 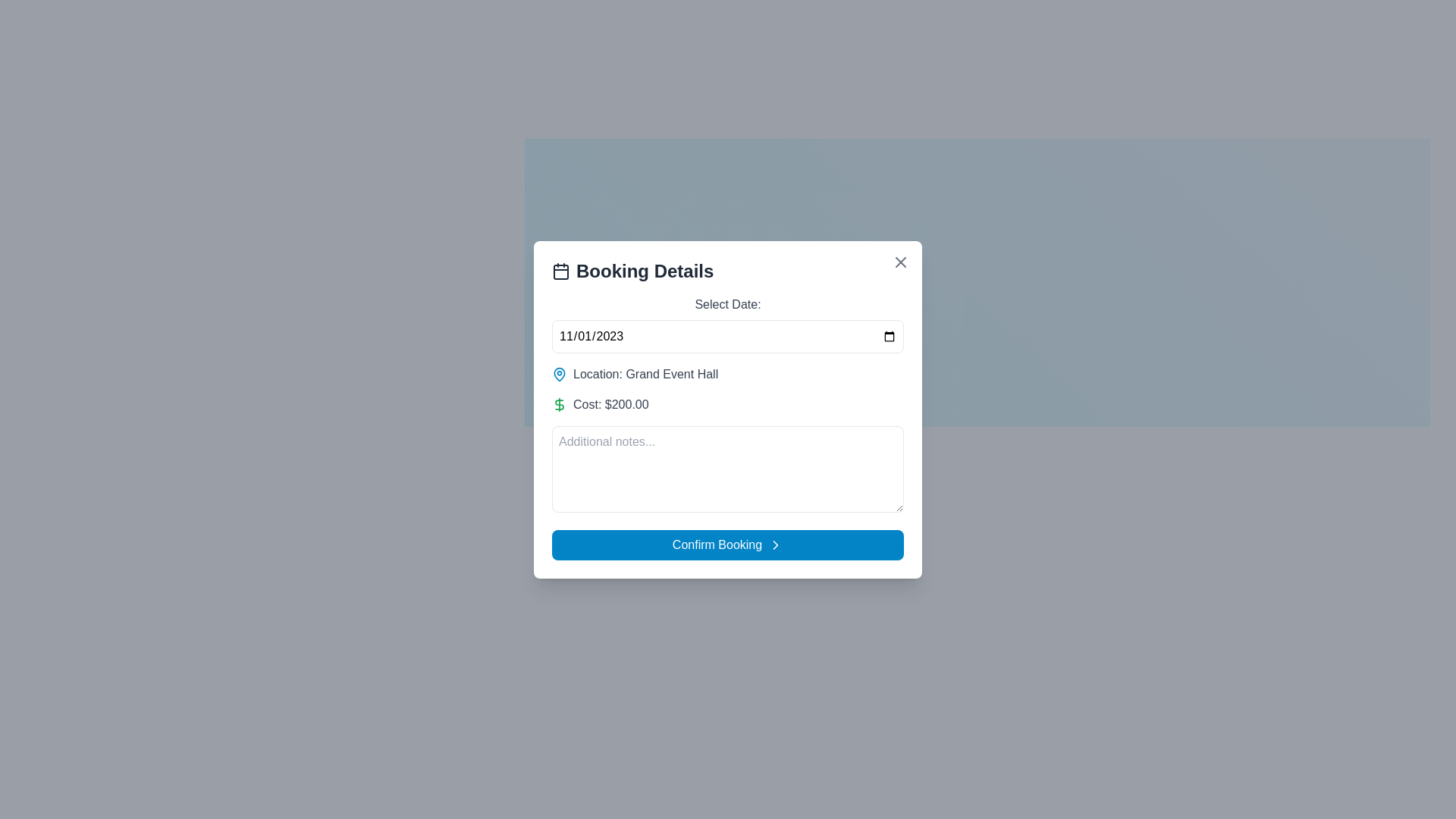 I want to click on the location pin icon in the 'Booking Details' form, which serves as a visual cue for the 'Location: Grand Event Hall' field, so click(x=559, y=374).